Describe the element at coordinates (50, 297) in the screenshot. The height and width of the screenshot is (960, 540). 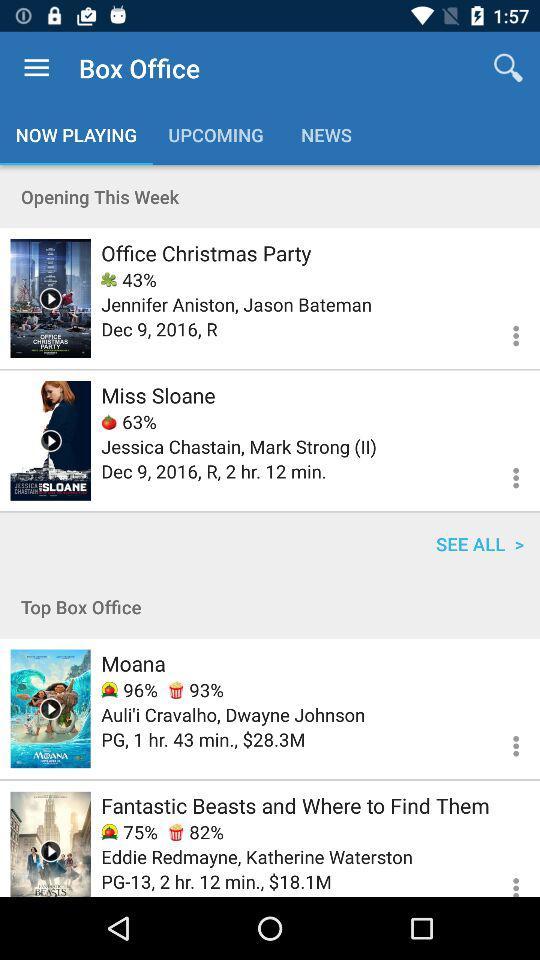
I see `watch the movie trailer` at that location.